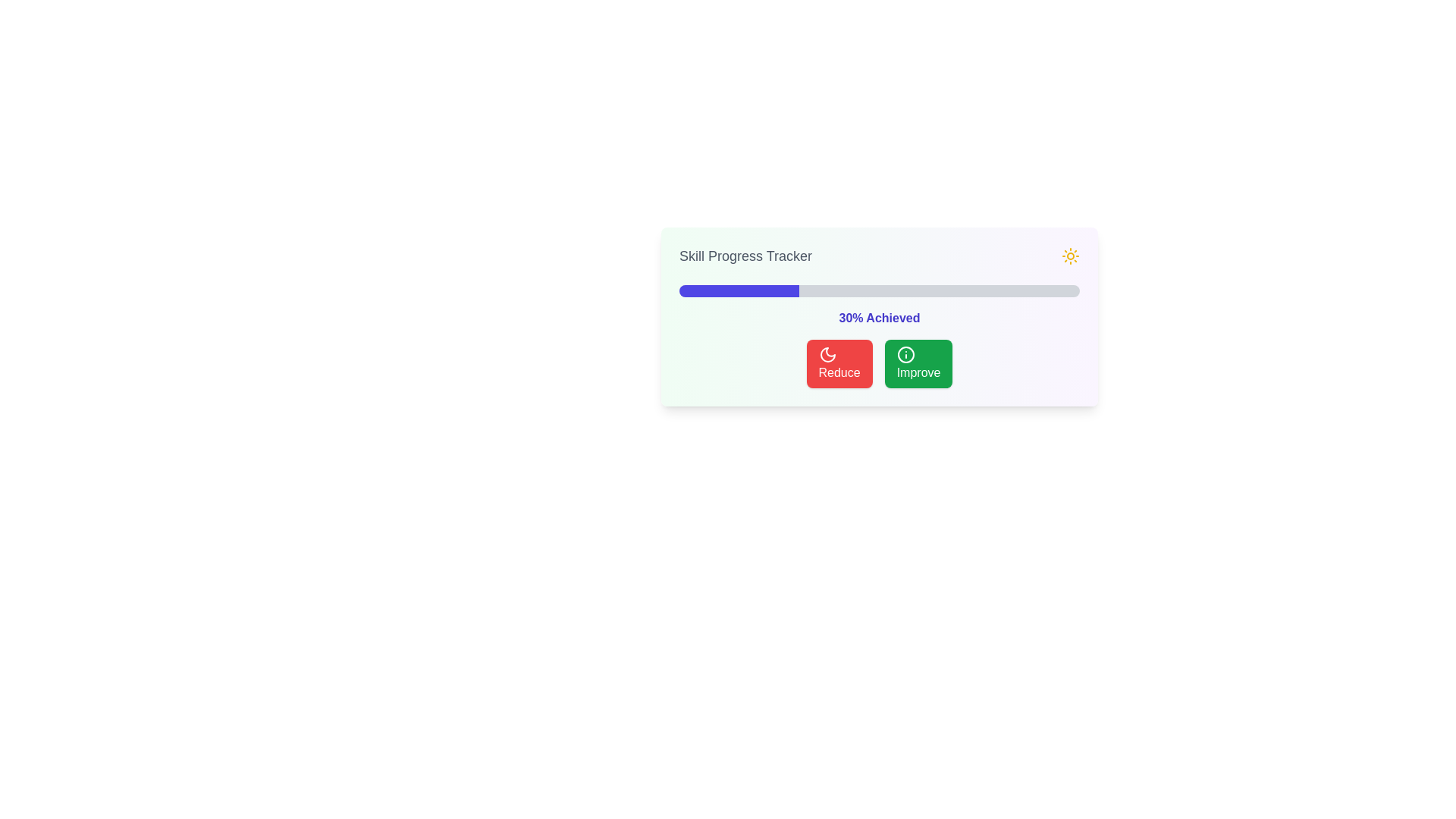 Image resolution: width=1456 pixels, height=819 pixels. Describe the element at coordinates (827, 354) in the screenshot. I see `the crescent moon SVG icon within the 'Reduce' button located at the bottom-left of the card UI element` at that location.